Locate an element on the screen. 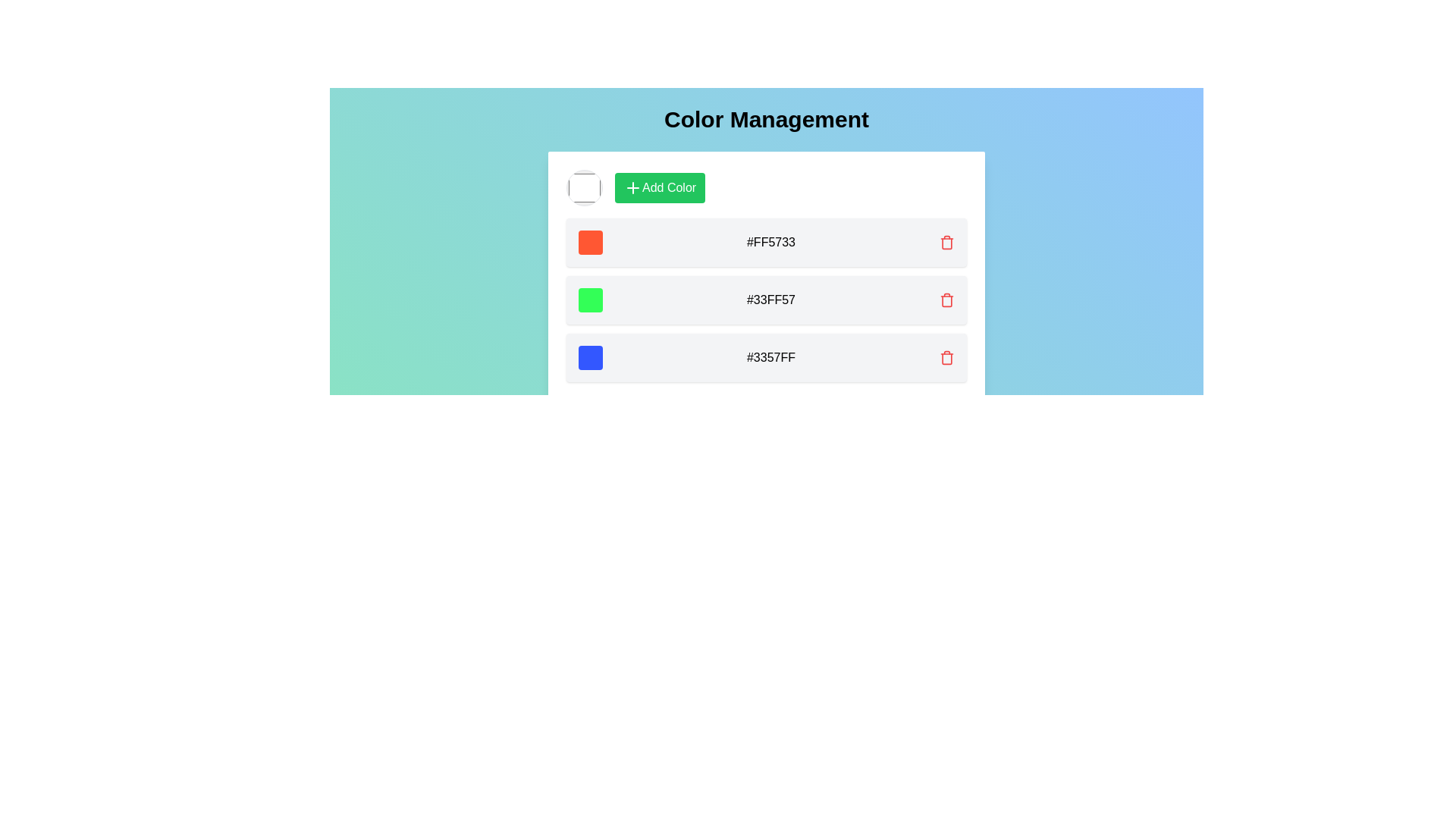 This screenshot has width=1456, height=819. the delete button (icon button) located to the far right of the first item row labeled '#FF5733', which is used to remove the corresponding color entry from the list is located at coordinates (946, 242).